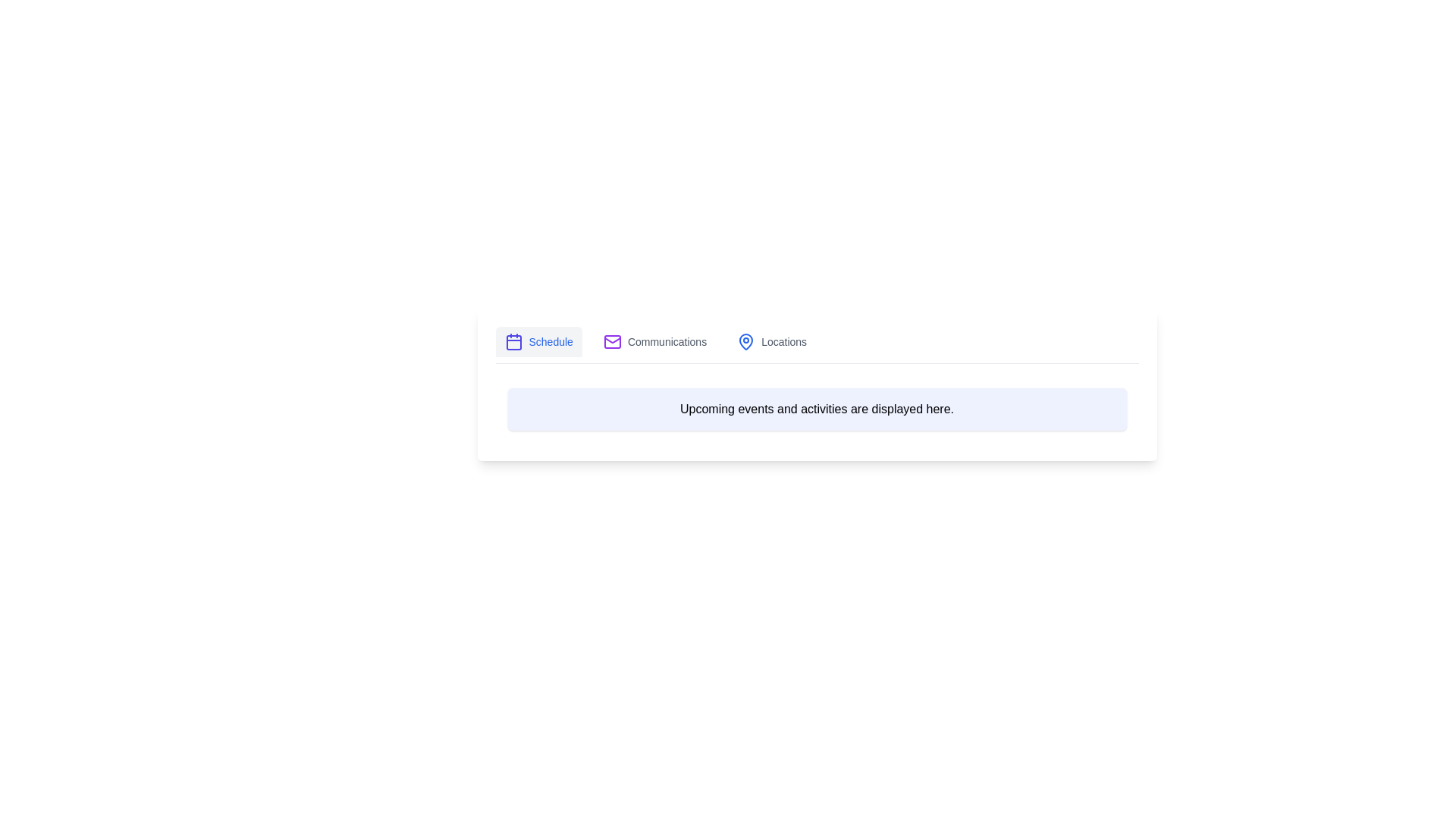 This screenshot has height=819, width=1456. What do you see at coordinates (772, 342) in the screenshot?
I see `the 'Locations' tab to view its content` at bounding box center [772, 342].